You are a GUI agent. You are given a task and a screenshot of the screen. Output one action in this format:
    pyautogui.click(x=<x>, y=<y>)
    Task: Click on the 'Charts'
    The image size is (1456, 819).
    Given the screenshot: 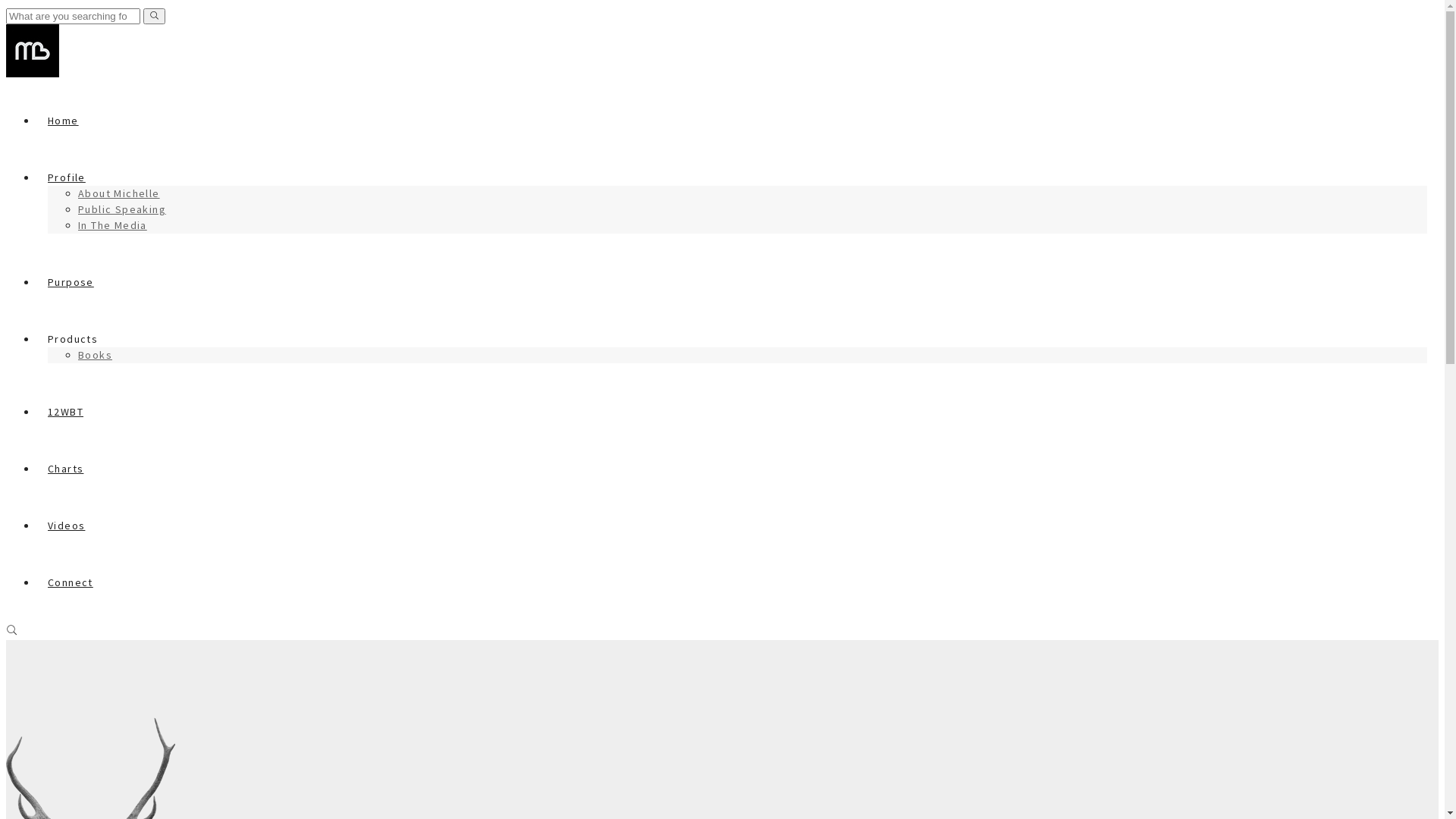 What is the action you would take?
    pyautogui.click(x=64, y=467)
    